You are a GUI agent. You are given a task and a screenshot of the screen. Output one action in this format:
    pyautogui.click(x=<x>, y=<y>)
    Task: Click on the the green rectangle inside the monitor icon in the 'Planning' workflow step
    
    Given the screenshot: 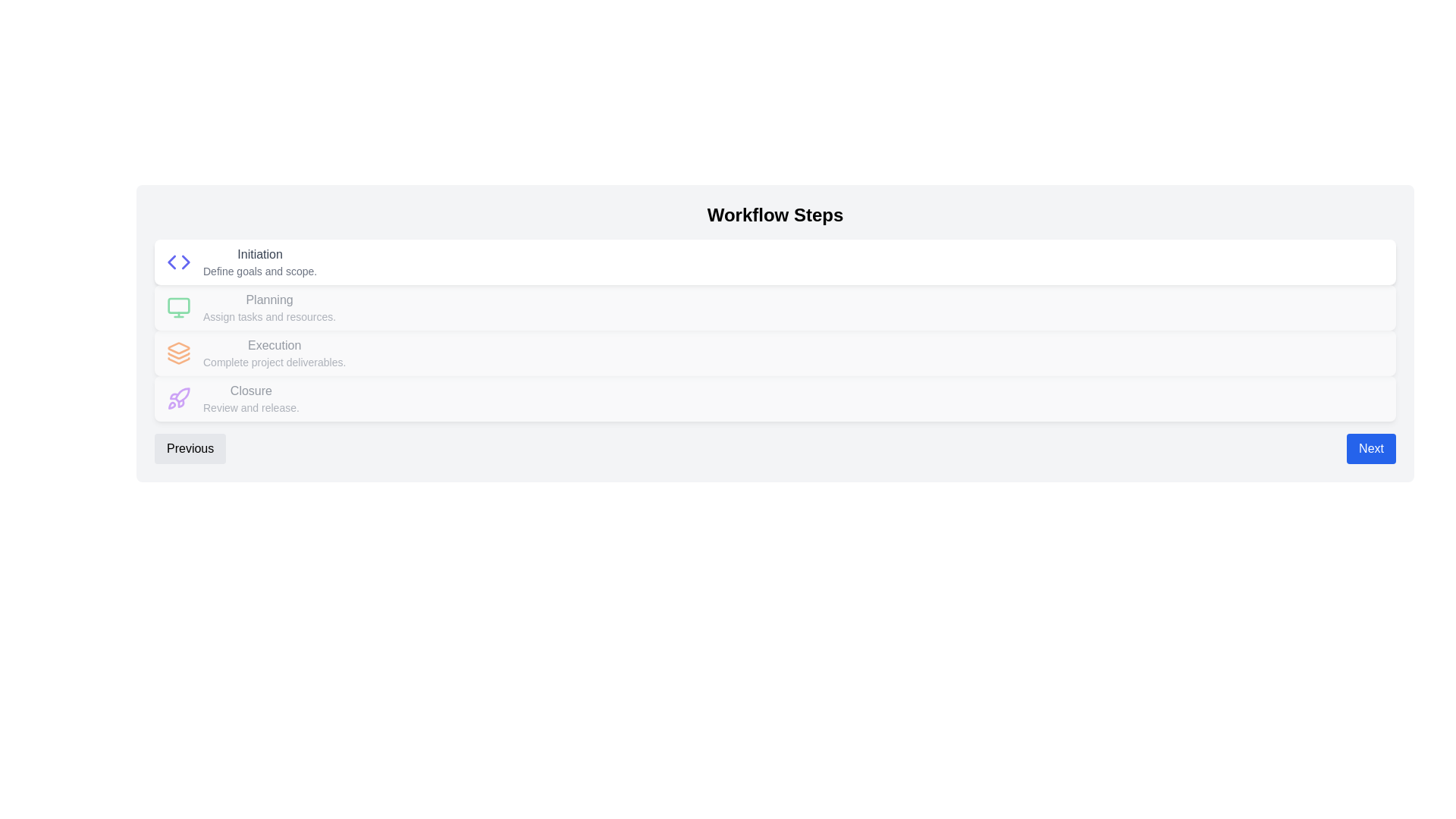 What is the action you would take?
    pyautogui.click(x=178, y=305)
    